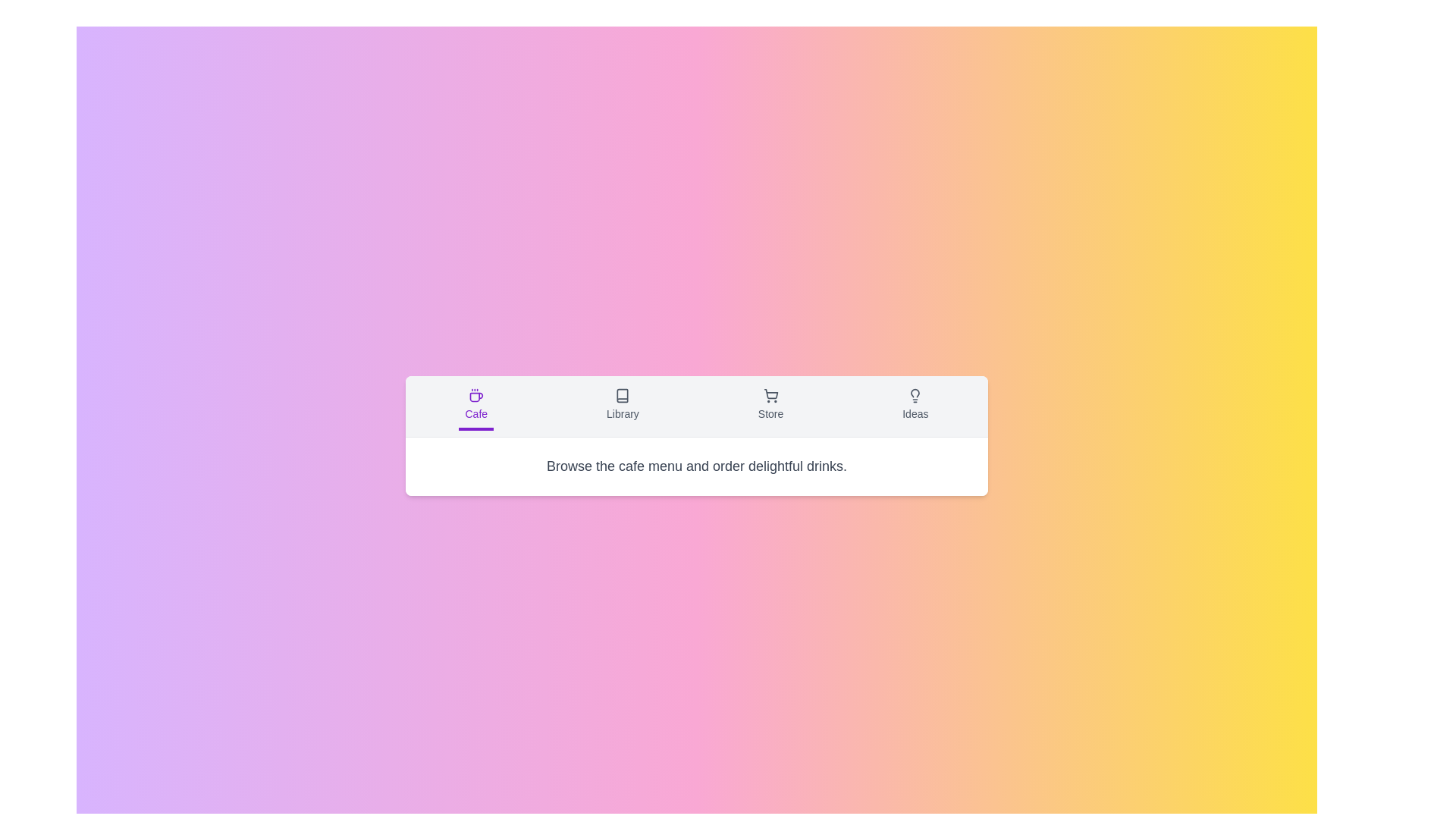 This screenshot has width=1456, height=819. What do you see at coordinates (623, 413) in the screenshot?
I see `'Library' text label, which serves as an indicator for the Library section located beneath the book icon and between the 'Cafe' and 'Store' labels` at bounding box center [623, 413].